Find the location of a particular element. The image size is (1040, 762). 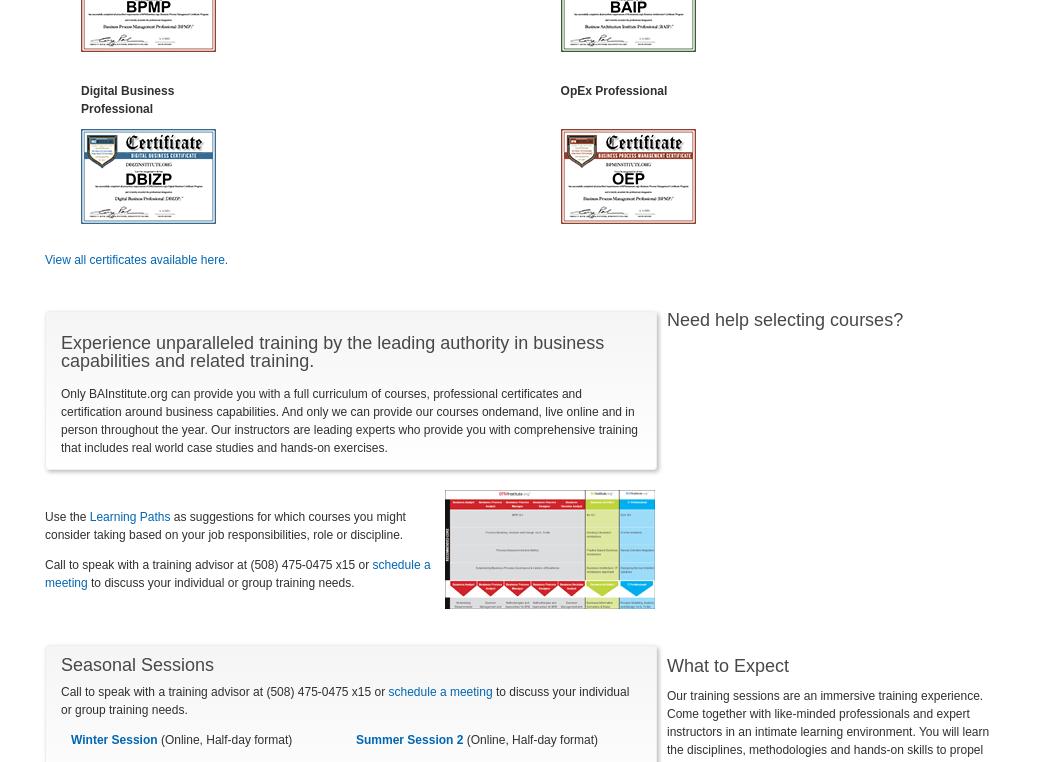

'Digital Business' is located at coordinates (126, 89).